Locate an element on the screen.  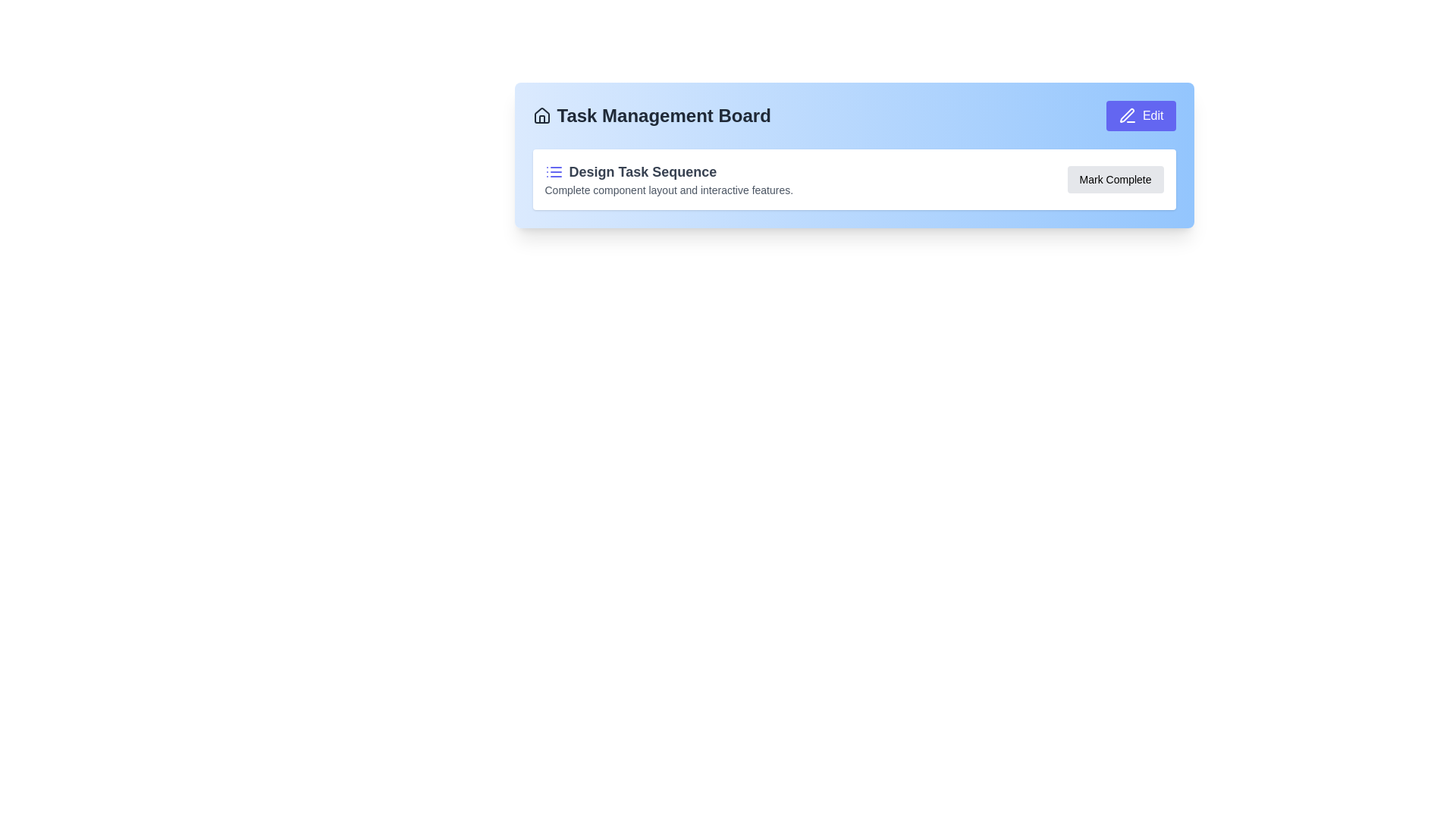
the door of the house icon represented by the vector graphic component within the SVG element, located near the bottom center of the house structure is located at coordinates (541, 118).